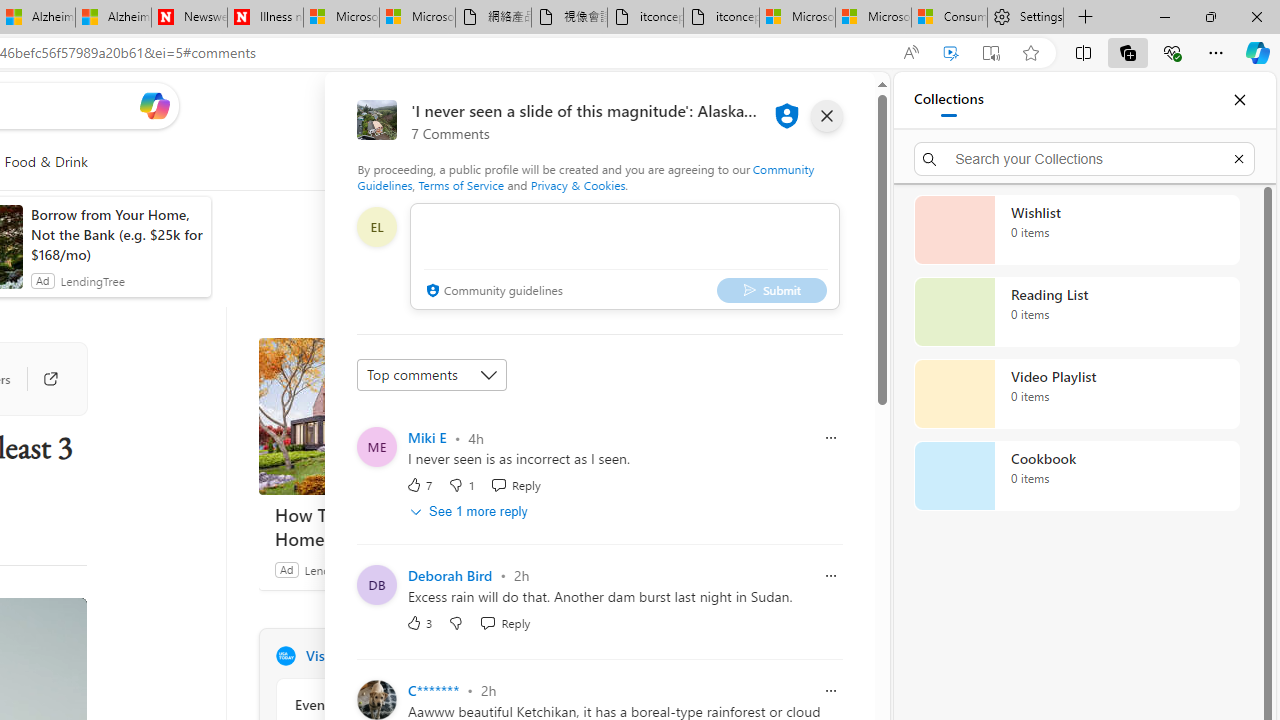  I want to click on 'See 1 more reply', so click(470, 510).